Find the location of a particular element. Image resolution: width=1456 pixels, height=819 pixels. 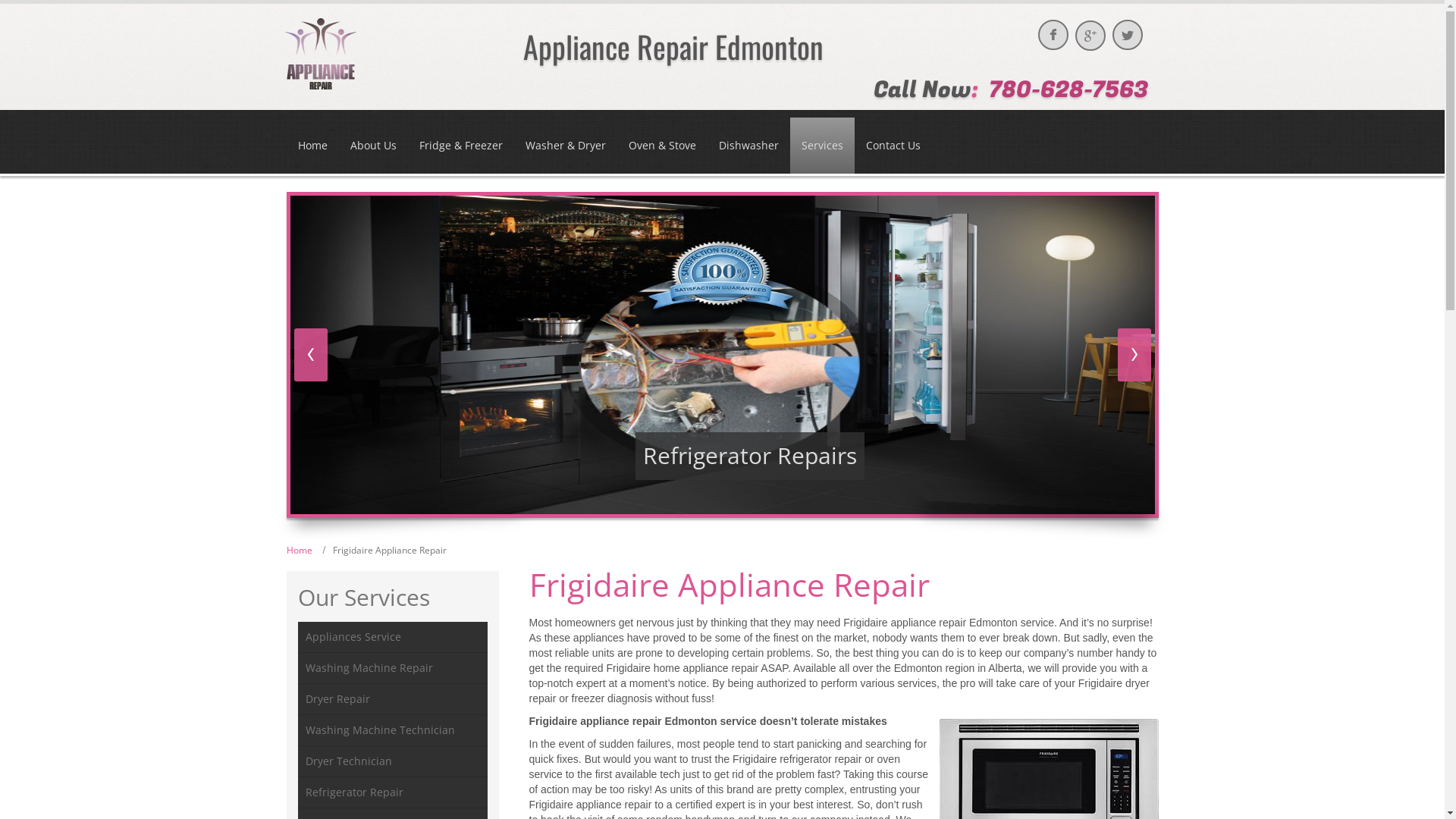

'780-628-7563' is located at coordinates (1068, 90).